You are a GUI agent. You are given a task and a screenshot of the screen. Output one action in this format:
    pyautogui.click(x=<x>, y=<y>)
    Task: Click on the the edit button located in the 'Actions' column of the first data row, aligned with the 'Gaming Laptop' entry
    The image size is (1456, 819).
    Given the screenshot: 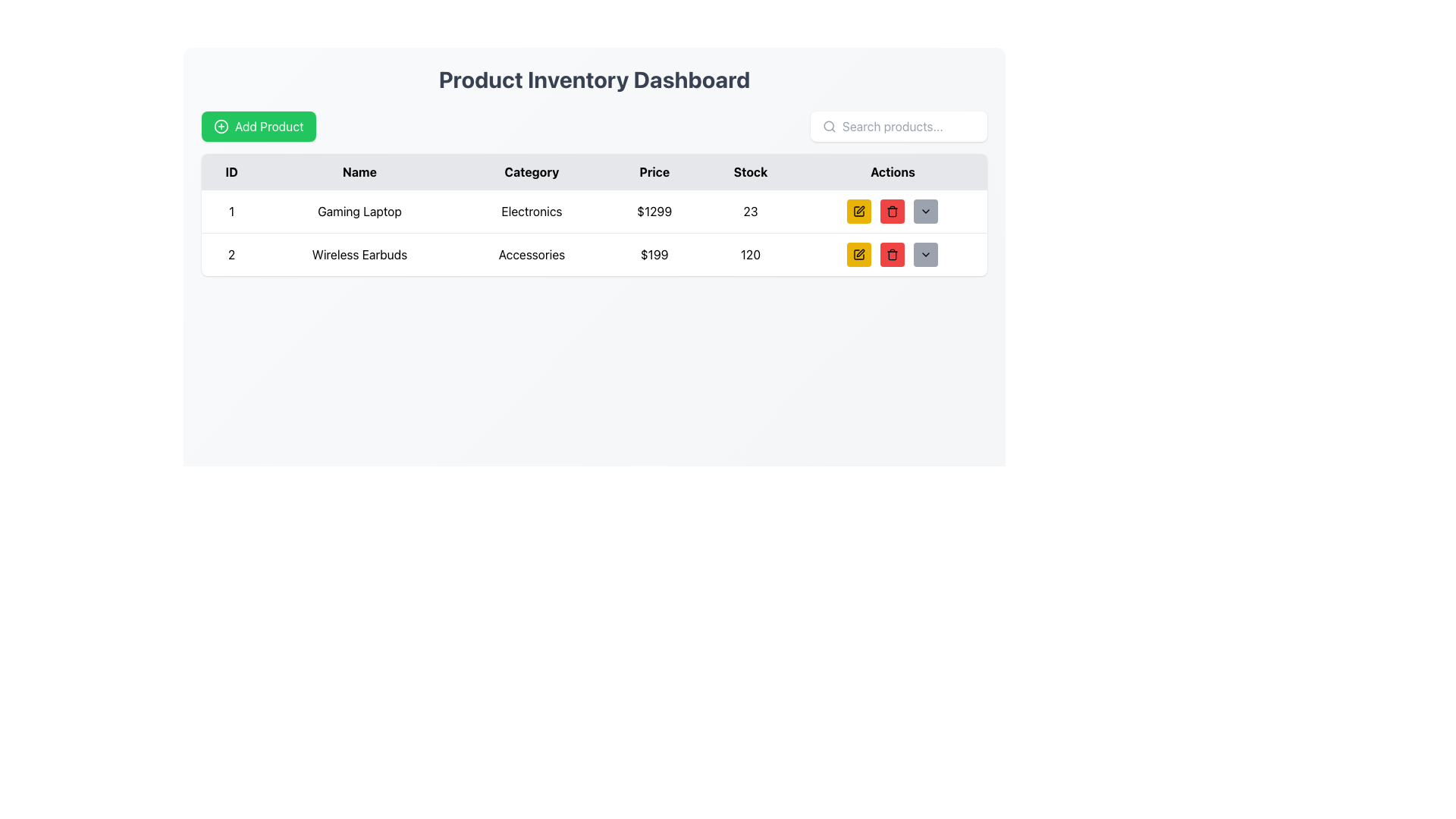 What is the action you would take?
    pyautogui.click(x=859, y=211)
    